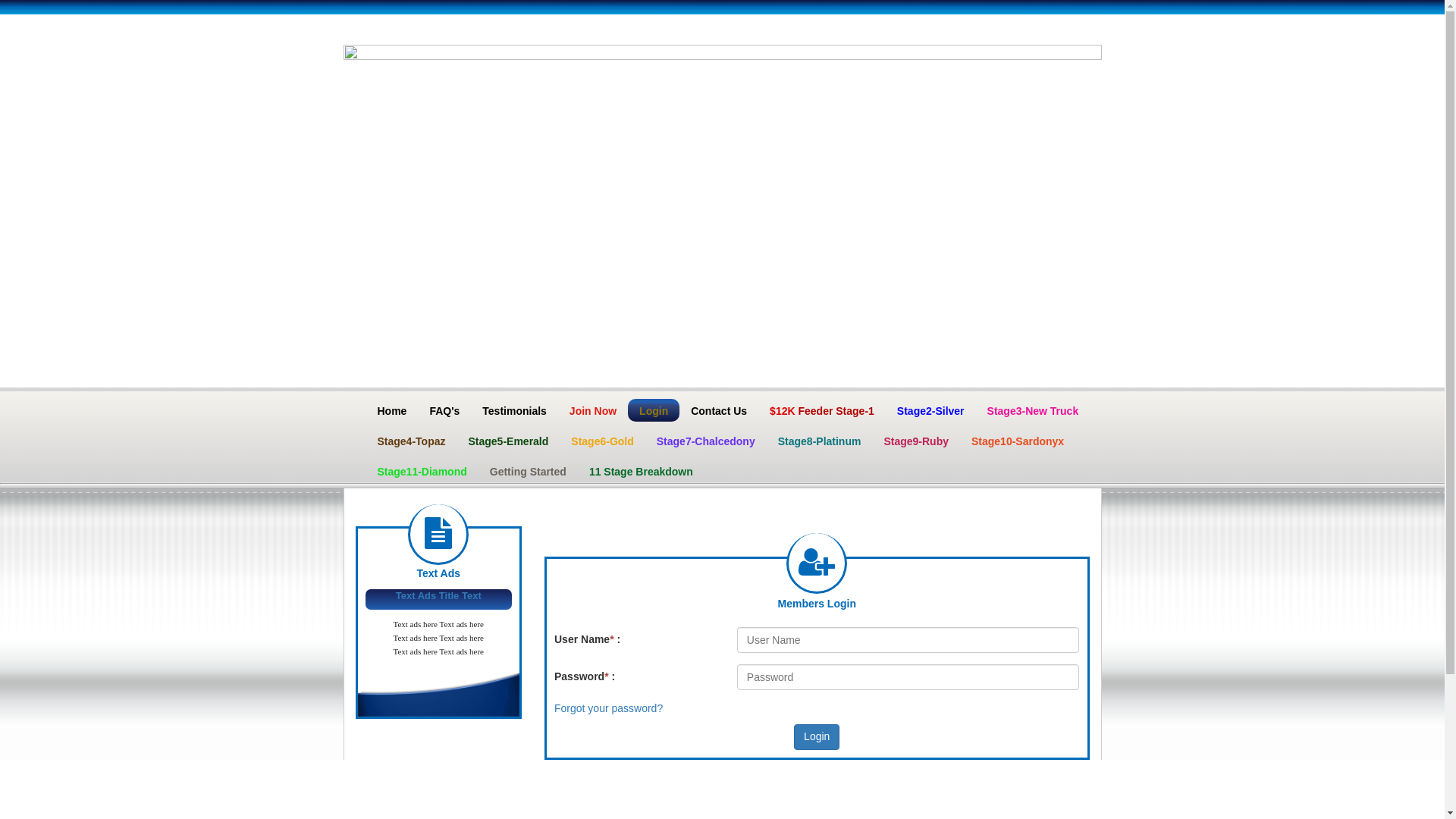 Image resolution: width=1456 pixels, height=819 pixels. Describe the element at coordinates (528, 470) in the screenshot. I see `'Getting Started'` at that location.